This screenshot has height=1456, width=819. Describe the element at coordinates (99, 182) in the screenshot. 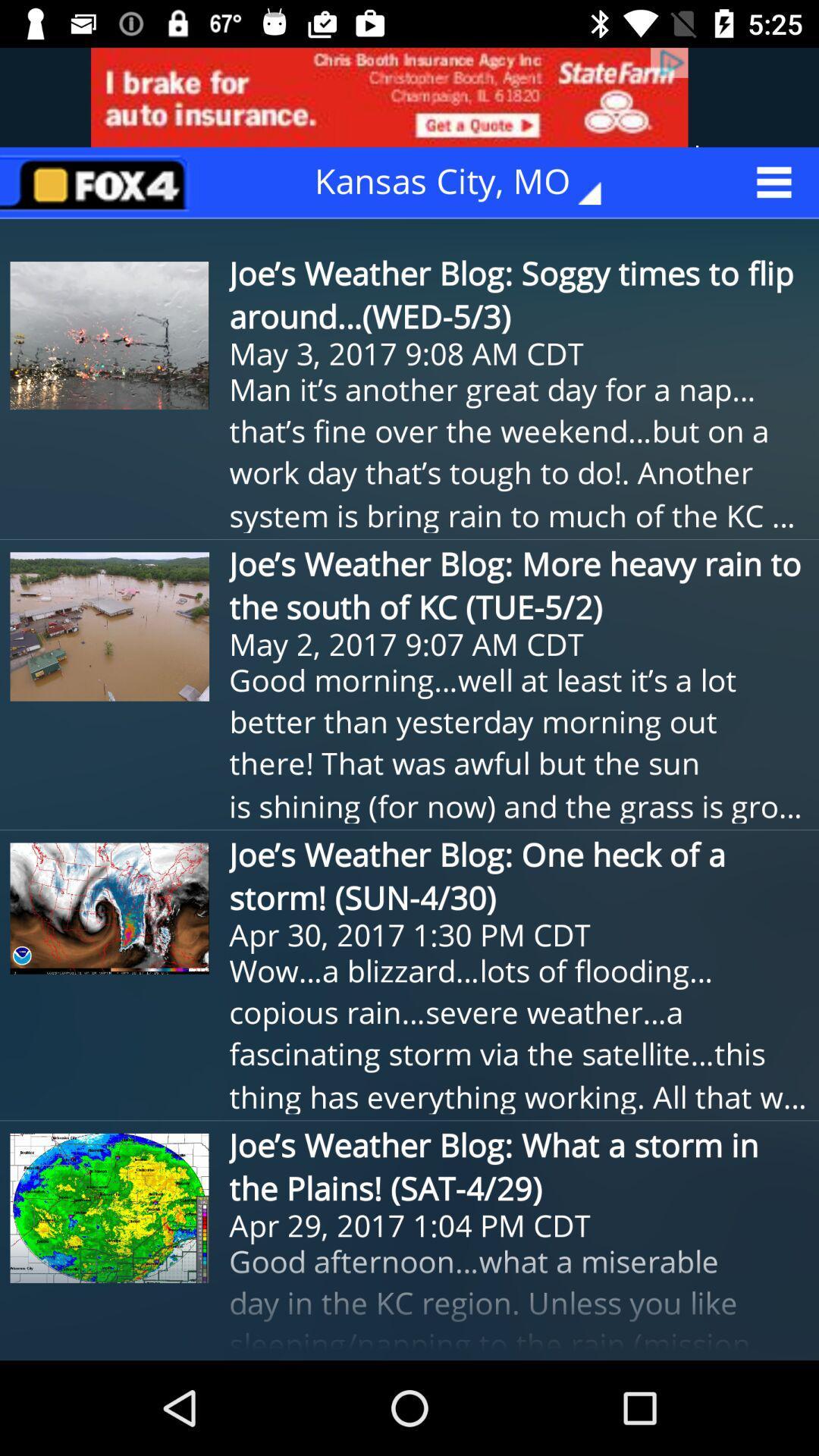

I see `the item next to the kansas city, mo` at that location.